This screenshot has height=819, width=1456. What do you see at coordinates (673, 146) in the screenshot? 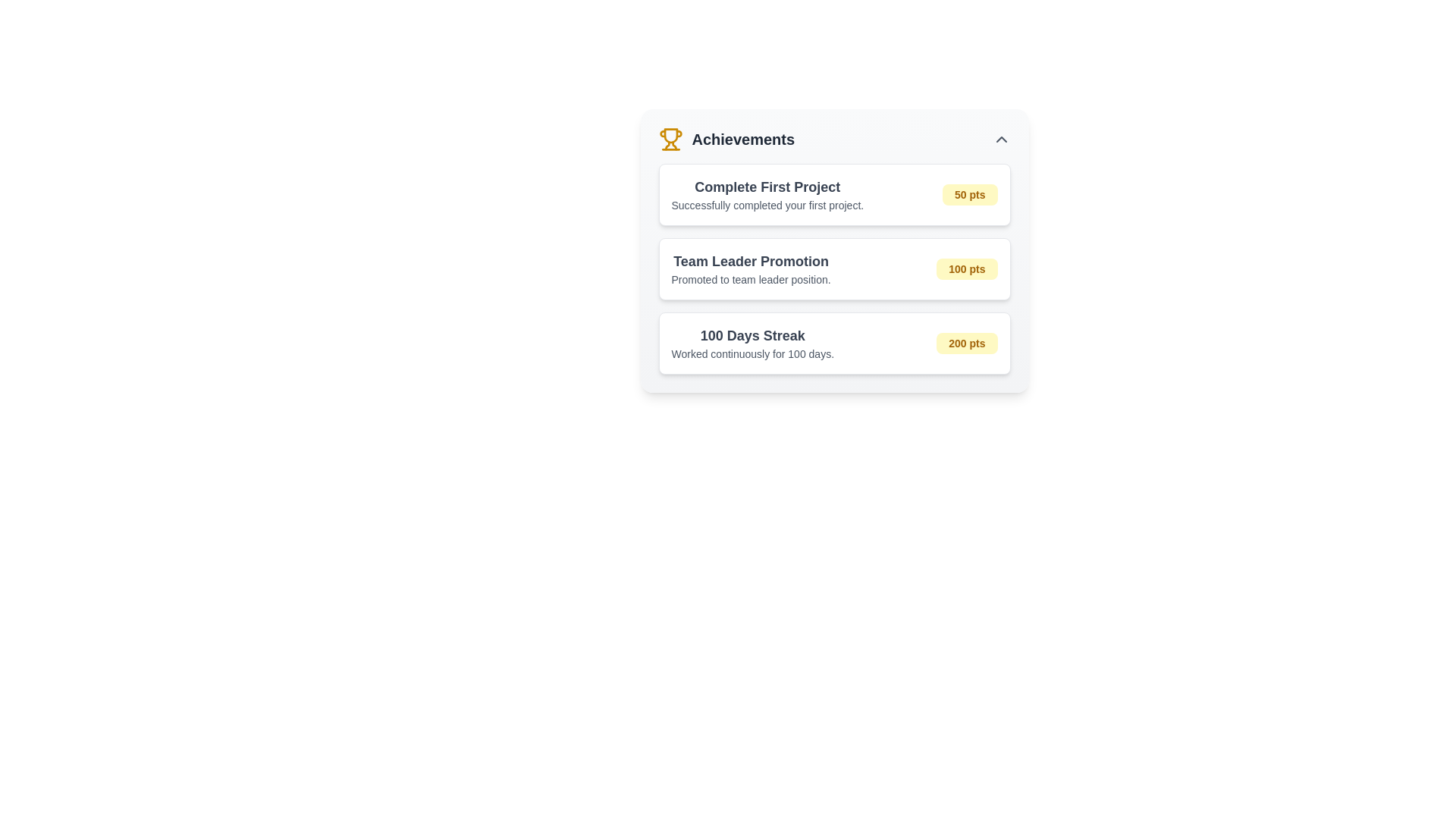
I see `the right base curve of the trophy icon in the Achievements section, which is styled in yellow and located near the upper left of the interface` at bounding box center [673, 146].